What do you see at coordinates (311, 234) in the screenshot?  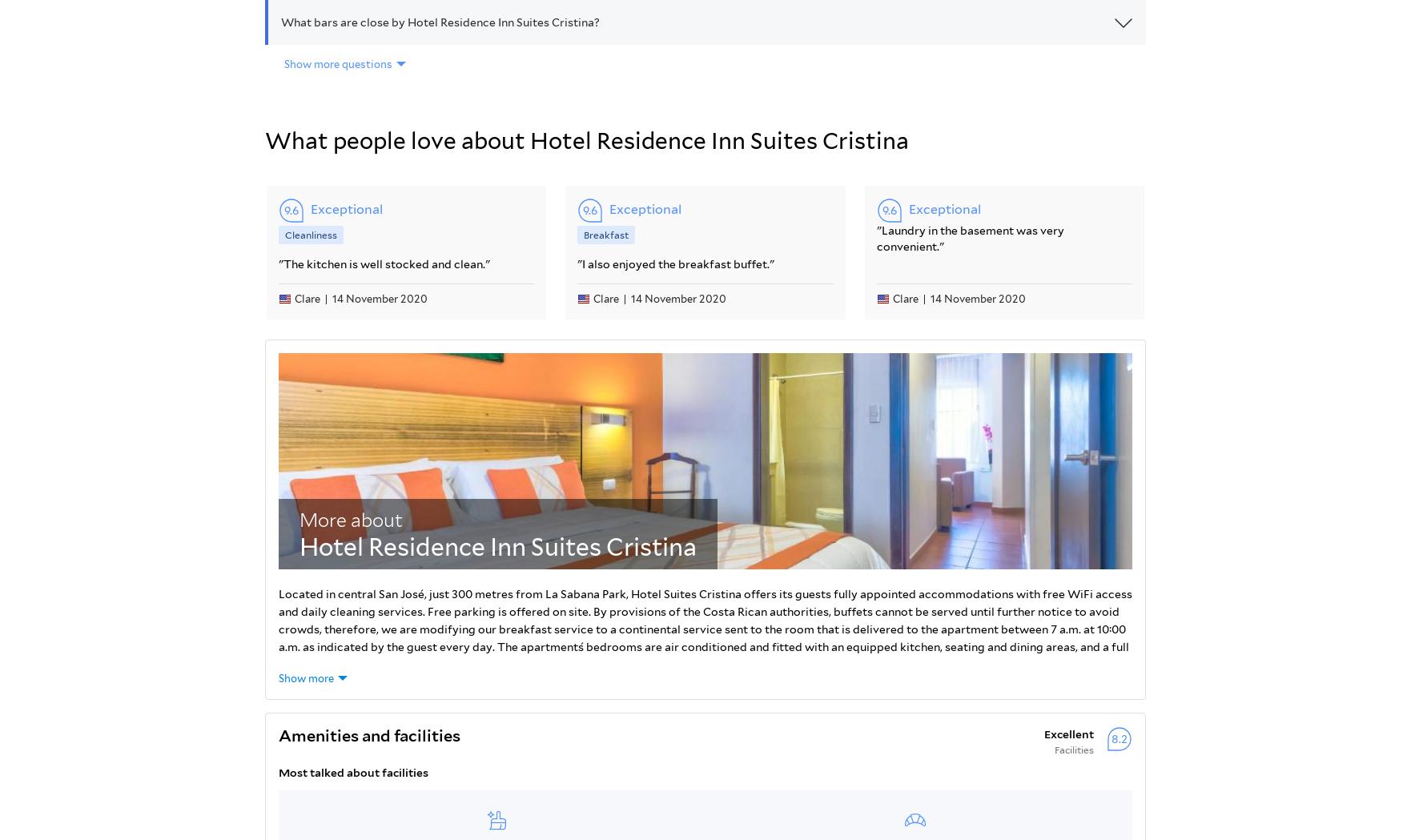 I see `'Cleanliness'` at bounding box center [311, 234].